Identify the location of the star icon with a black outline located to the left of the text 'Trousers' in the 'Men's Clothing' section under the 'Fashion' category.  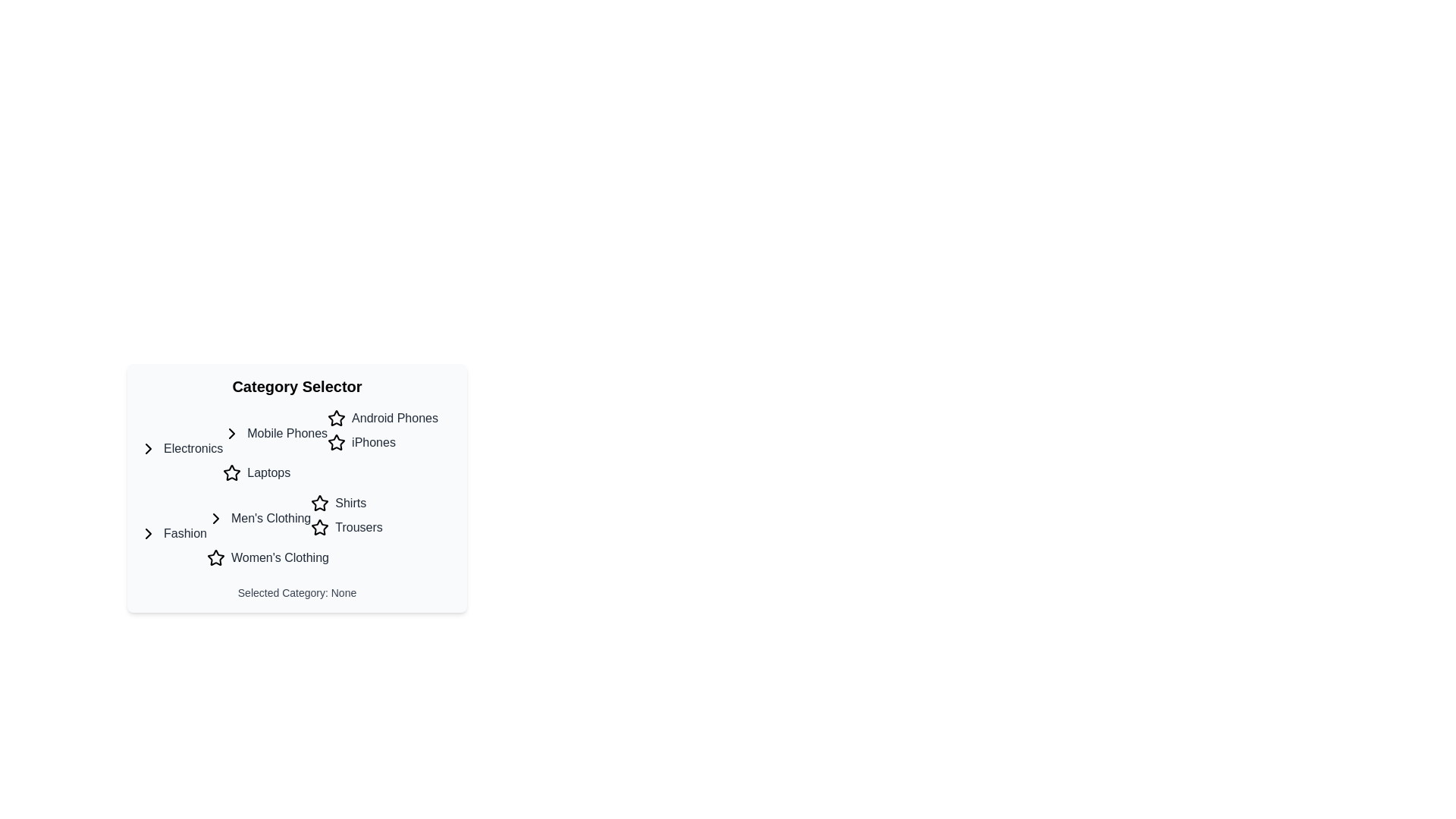
(319, 526).